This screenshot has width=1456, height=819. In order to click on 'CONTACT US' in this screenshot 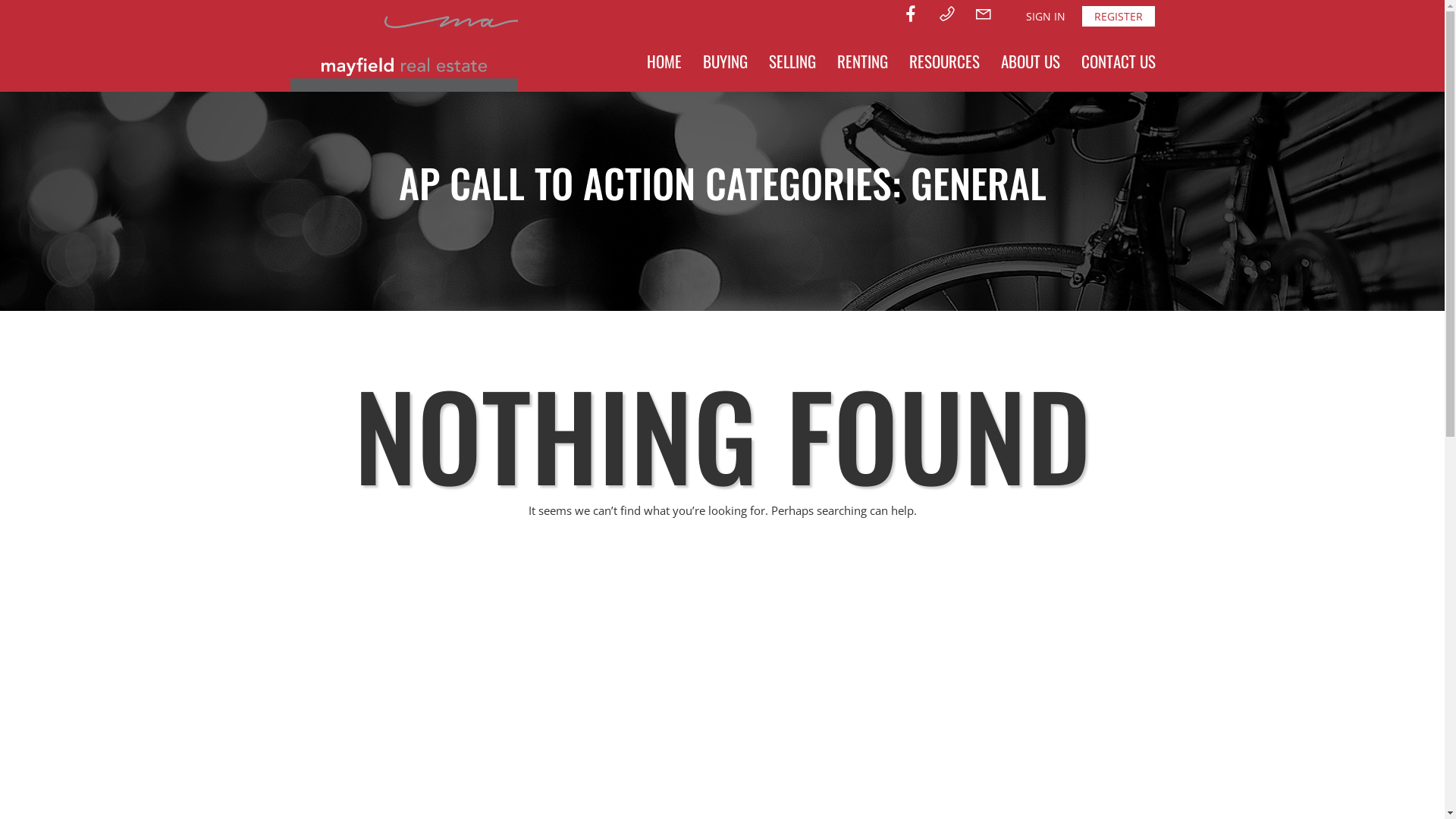, I will do `click(1069, 61)`.